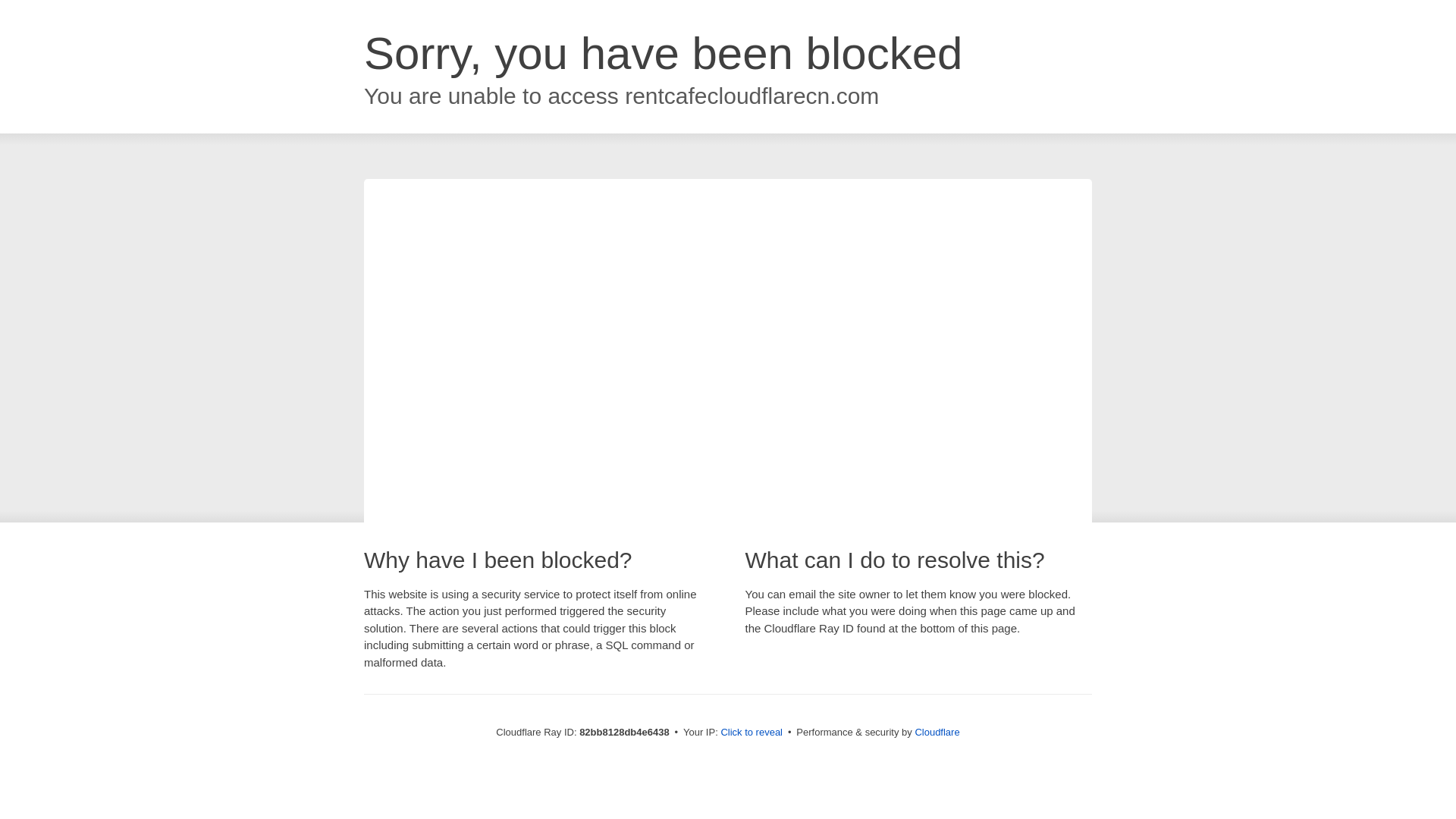  What do you see at coordinates (936, 731) in the screenshot?
I see `'Cloudflare'` at bounding box center [936, 731].